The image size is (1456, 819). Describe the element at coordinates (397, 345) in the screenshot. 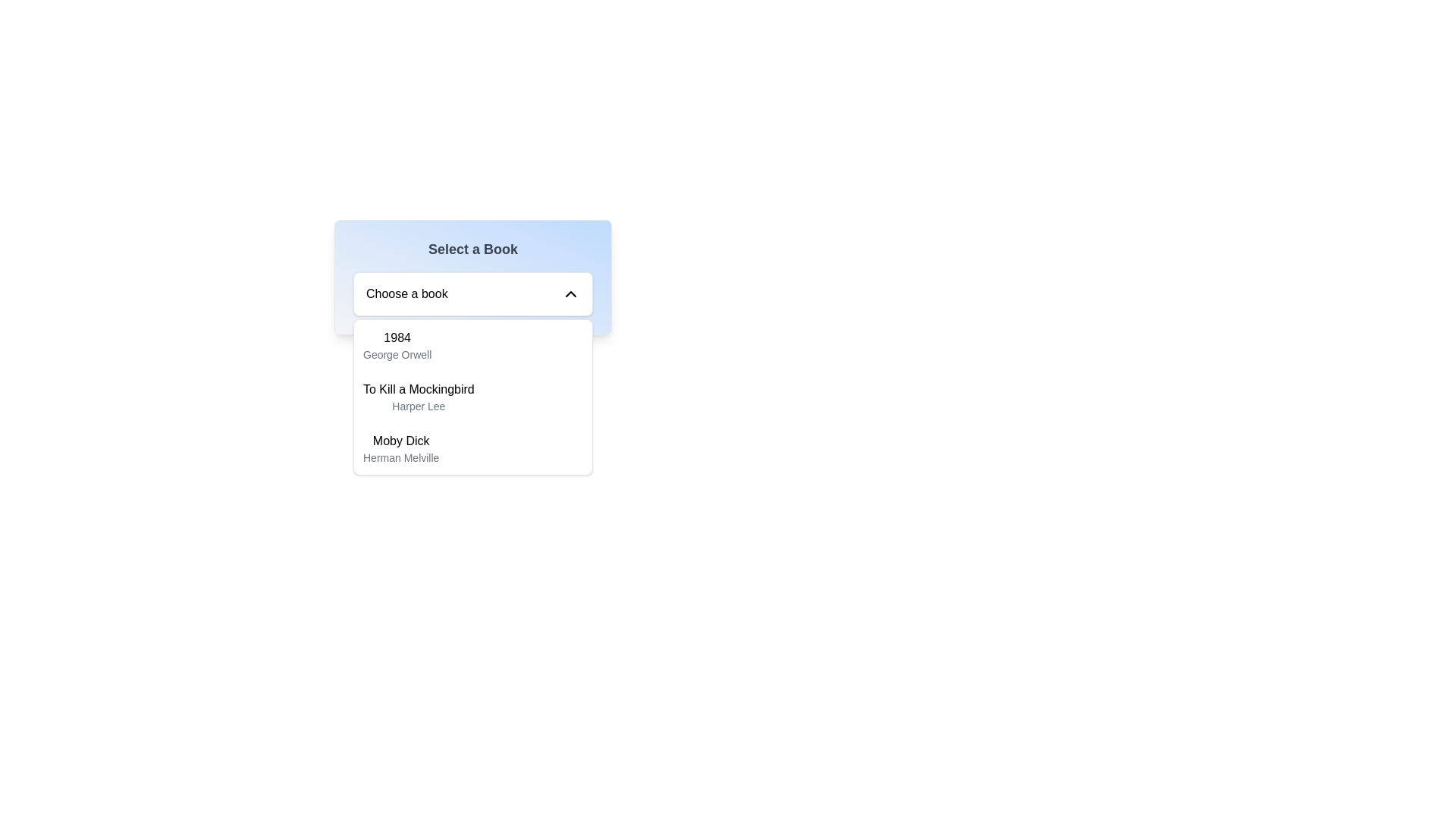

I see `the first selectable option in the dropdown menu labeled 'Choose a book'` at that location.